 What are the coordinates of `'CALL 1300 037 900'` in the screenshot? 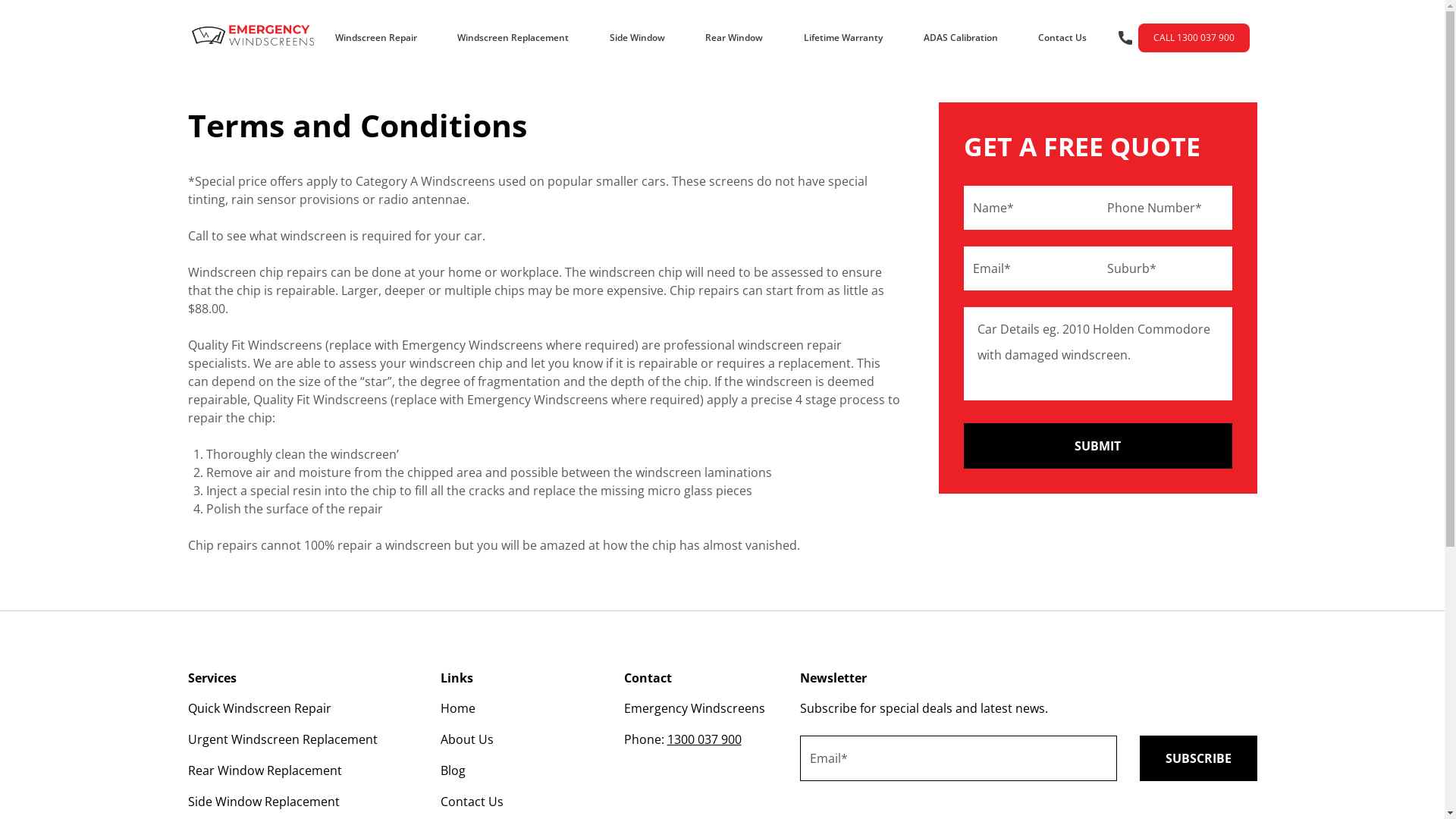 It's located at (1180, 37).